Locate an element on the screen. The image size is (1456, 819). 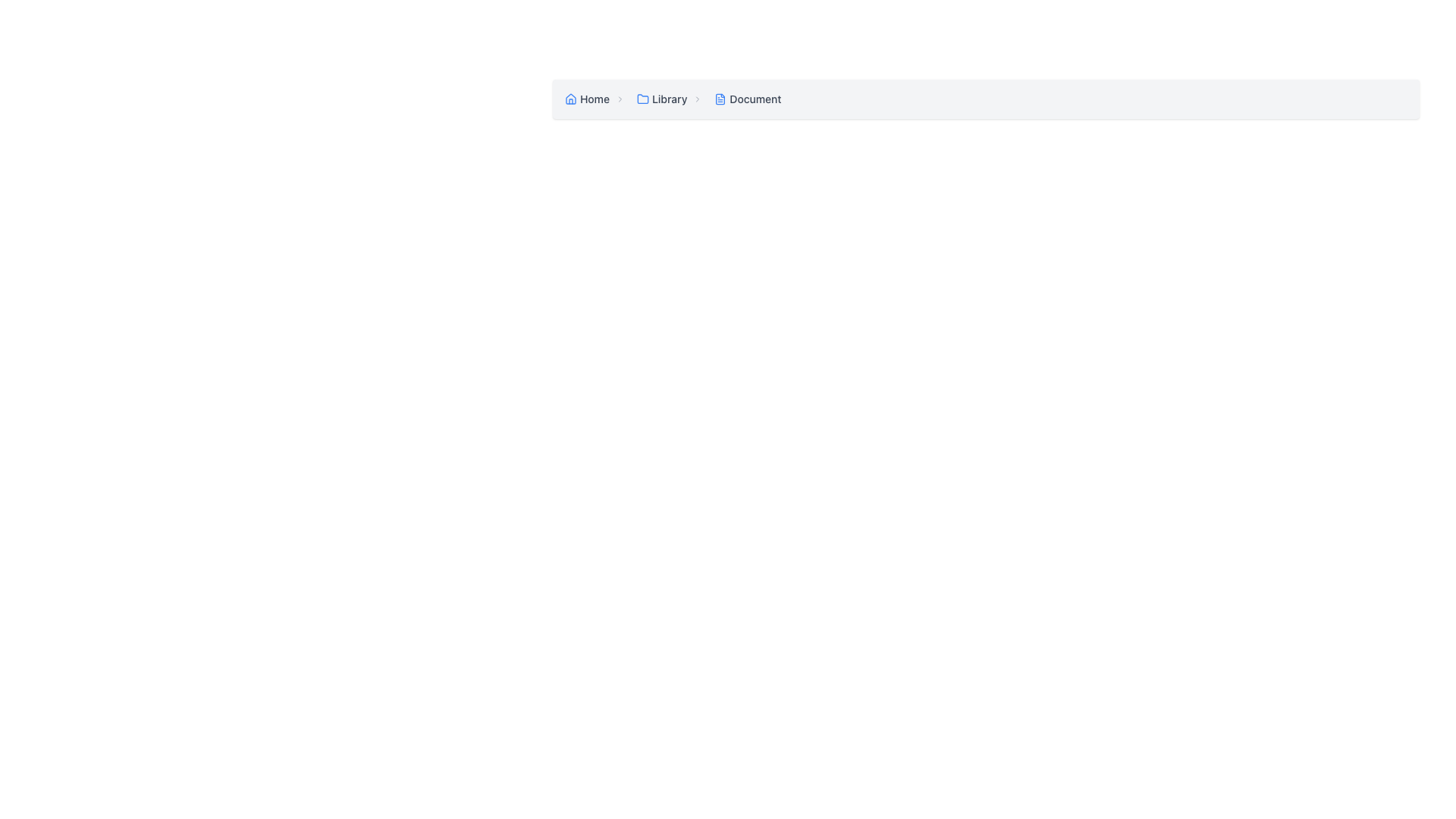
the blue file icon representing a document located in the breadcrumb navigation bar adjacent to the text label 'Document' is located at coordinates (720, 99).